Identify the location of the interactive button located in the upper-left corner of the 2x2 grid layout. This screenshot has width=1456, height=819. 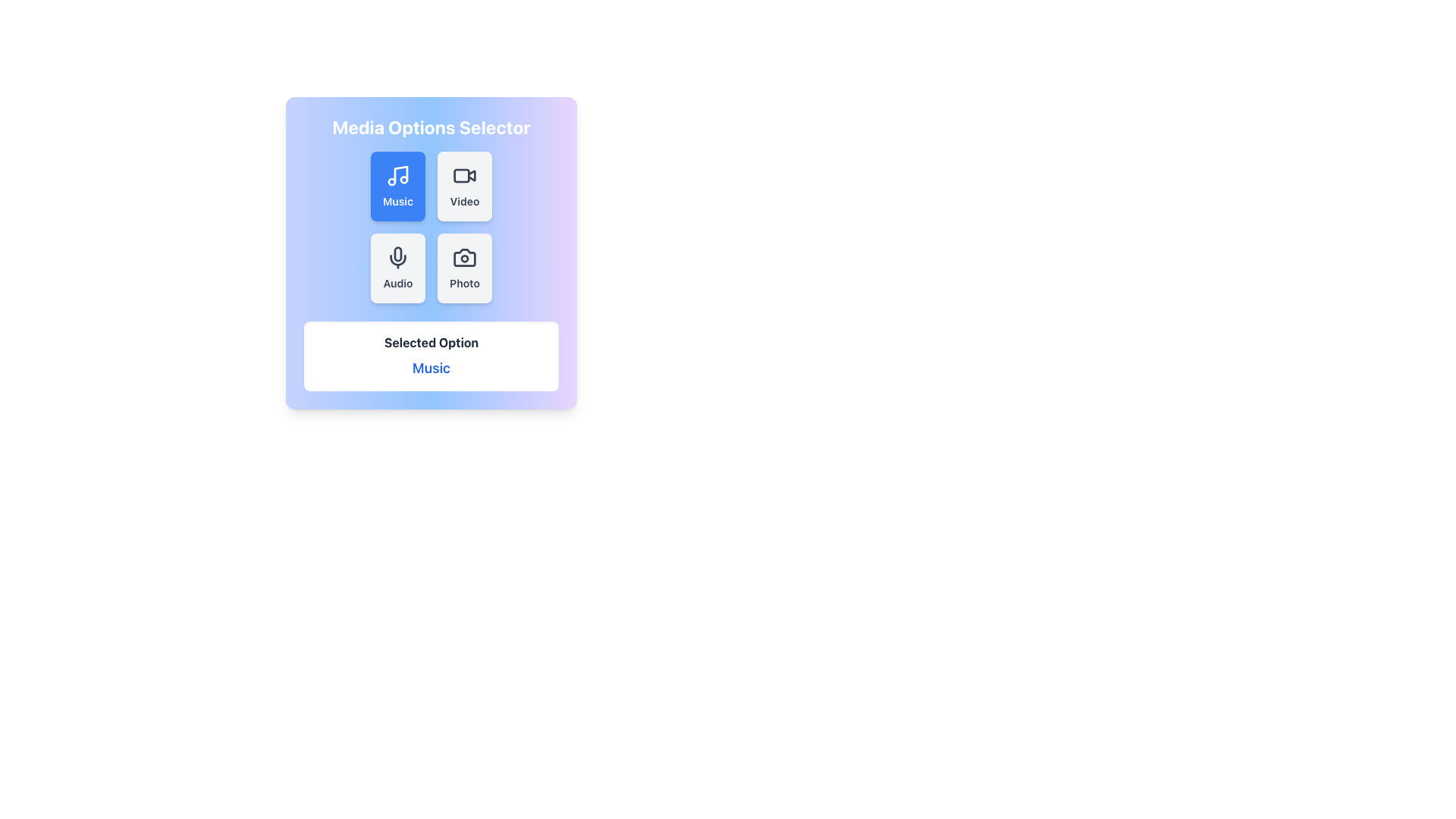
(397, 186).